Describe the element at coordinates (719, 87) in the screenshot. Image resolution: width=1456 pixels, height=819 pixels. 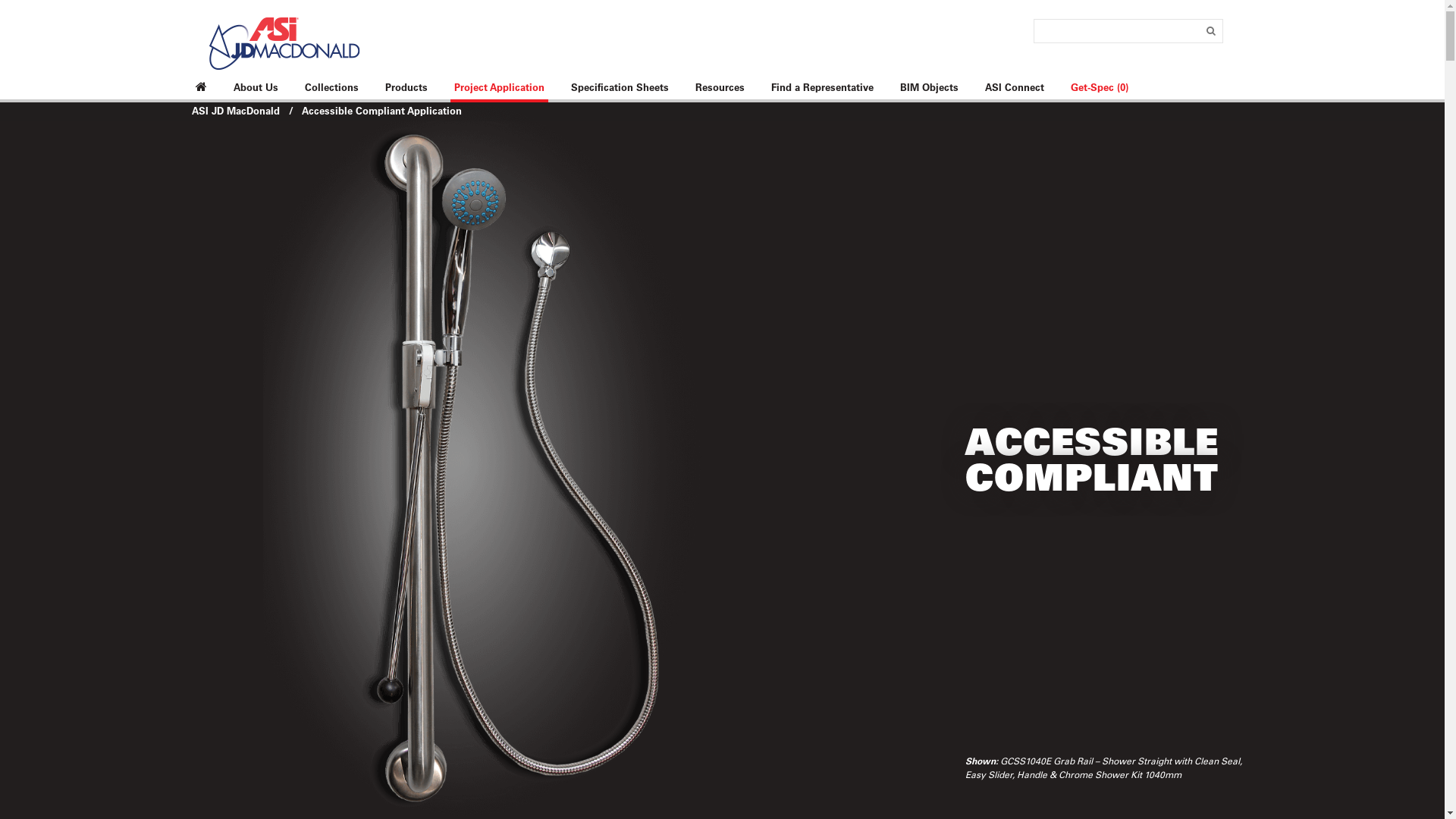
I see `'Resources'` at that location.